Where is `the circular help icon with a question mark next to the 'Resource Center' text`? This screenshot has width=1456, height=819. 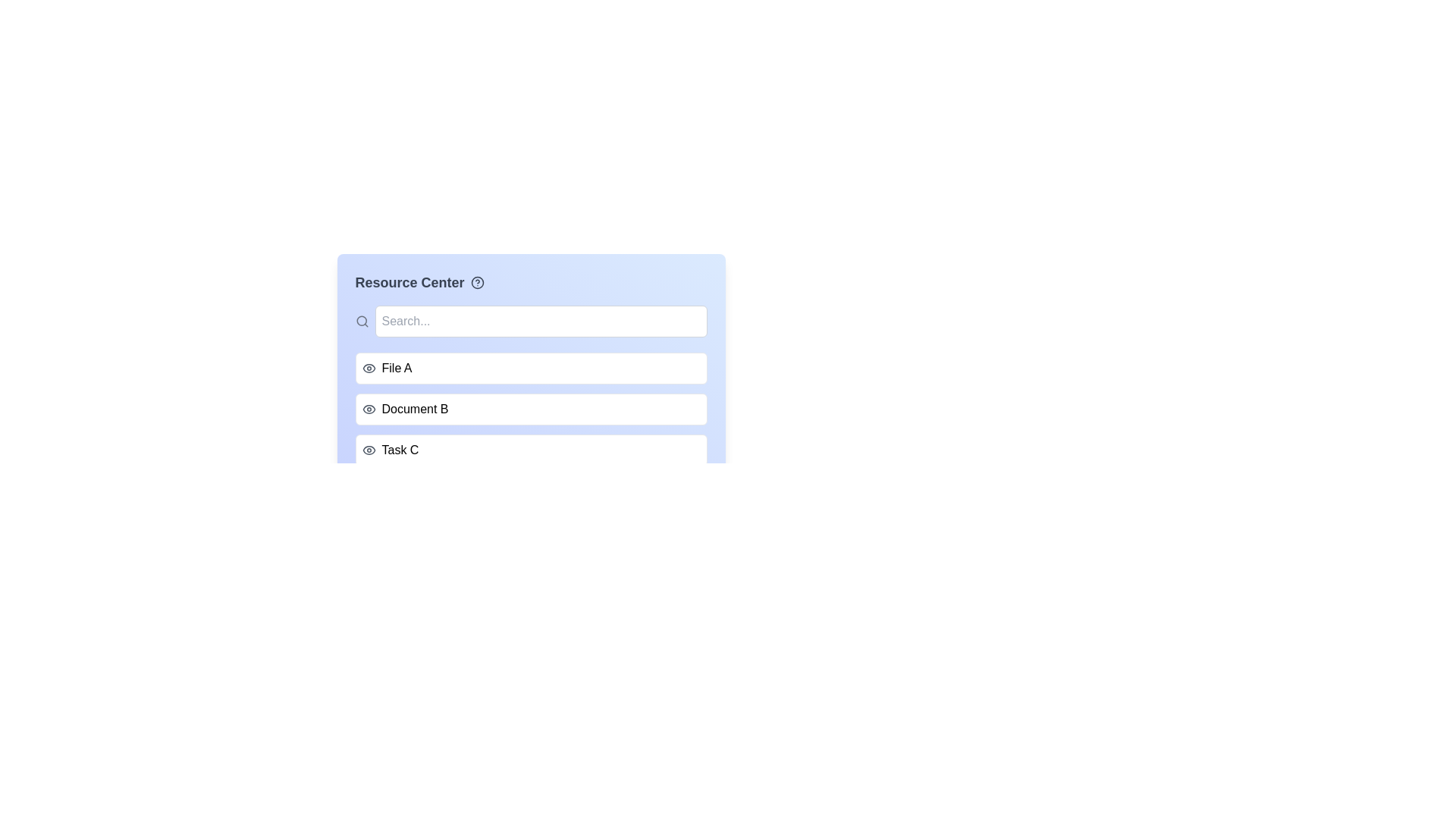 the circular help icon with a question mark next to the 'Resource Center' text is located at coordinates (476, 283).